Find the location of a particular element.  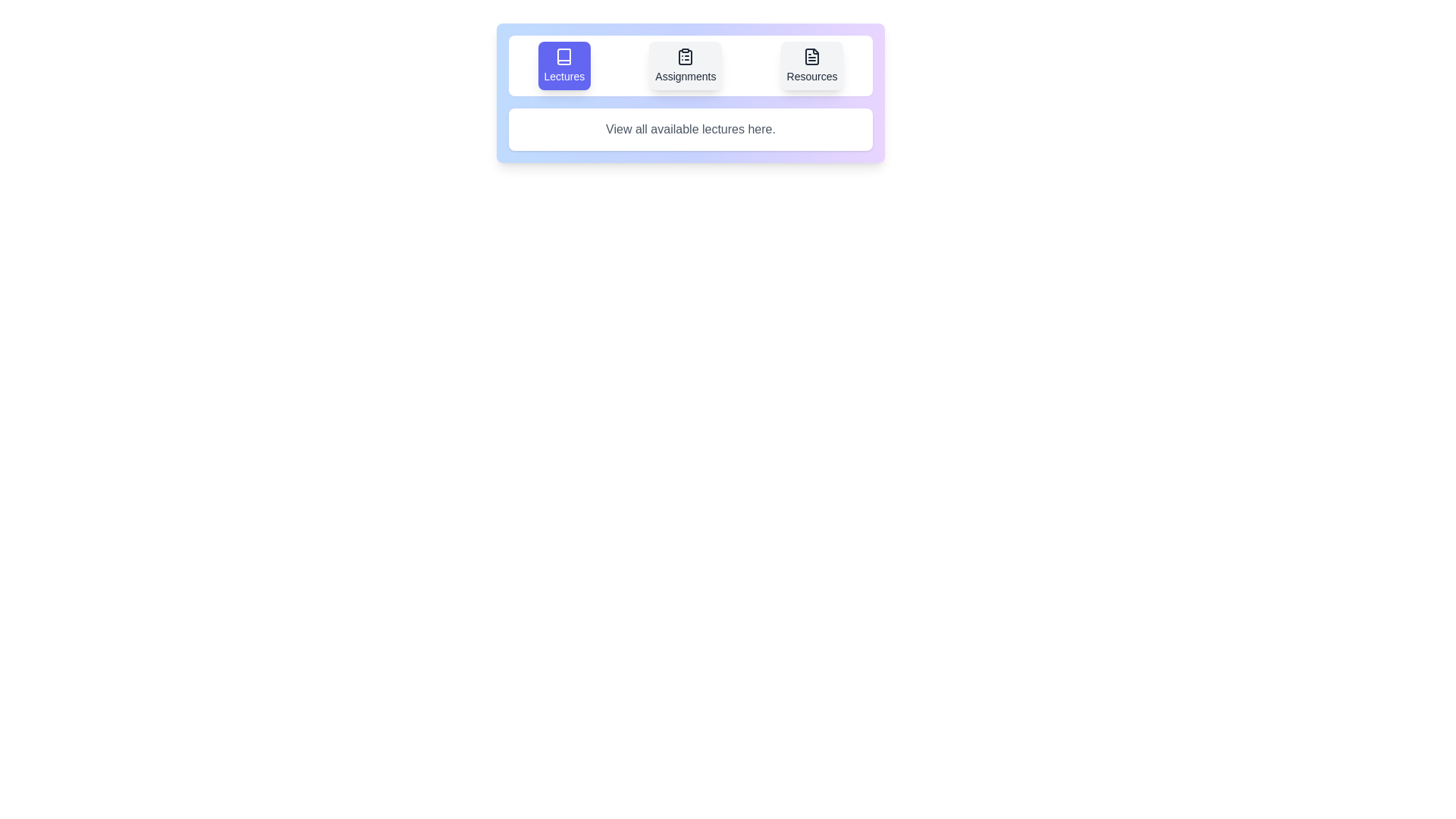

the icon of the Assignments tab is located at coordinates (685, 65).